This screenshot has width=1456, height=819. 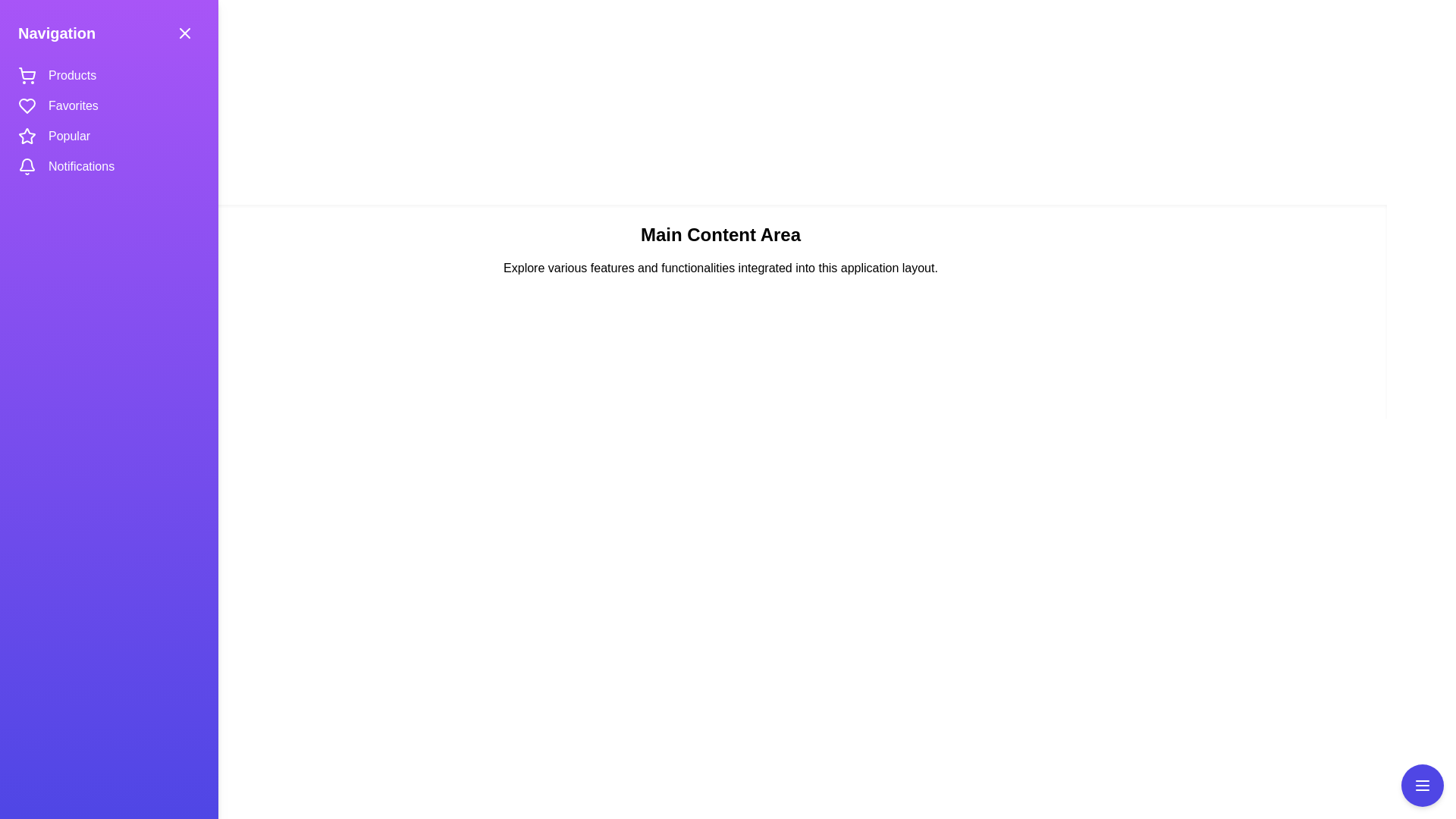 I want to click on the navigation item Notifications to navigate to the corresponding section, so click(x=71, y=166).